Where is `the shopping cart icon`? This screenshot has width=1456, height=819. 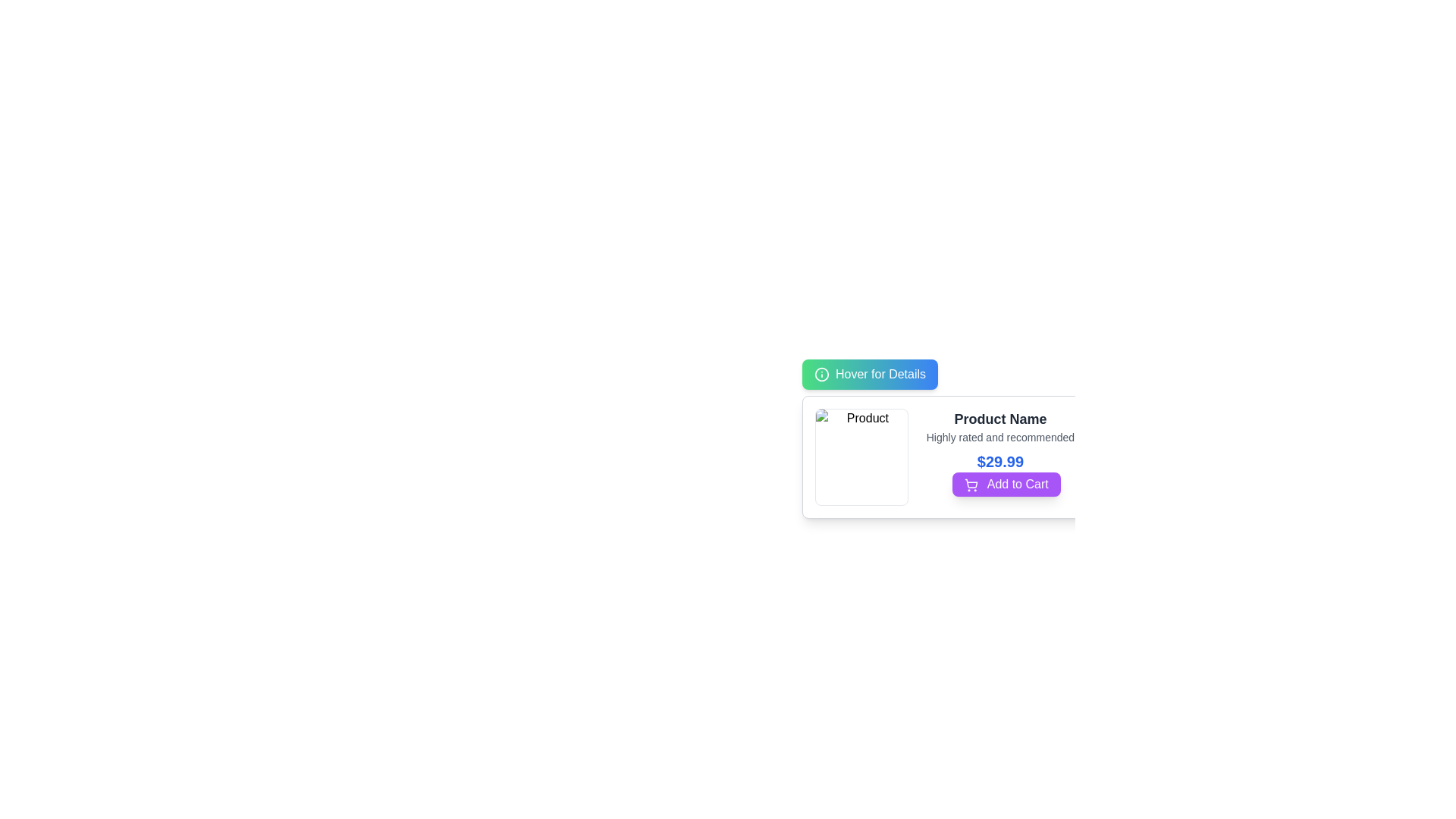 the shopping cart icon is located at coordinates (971, 485).